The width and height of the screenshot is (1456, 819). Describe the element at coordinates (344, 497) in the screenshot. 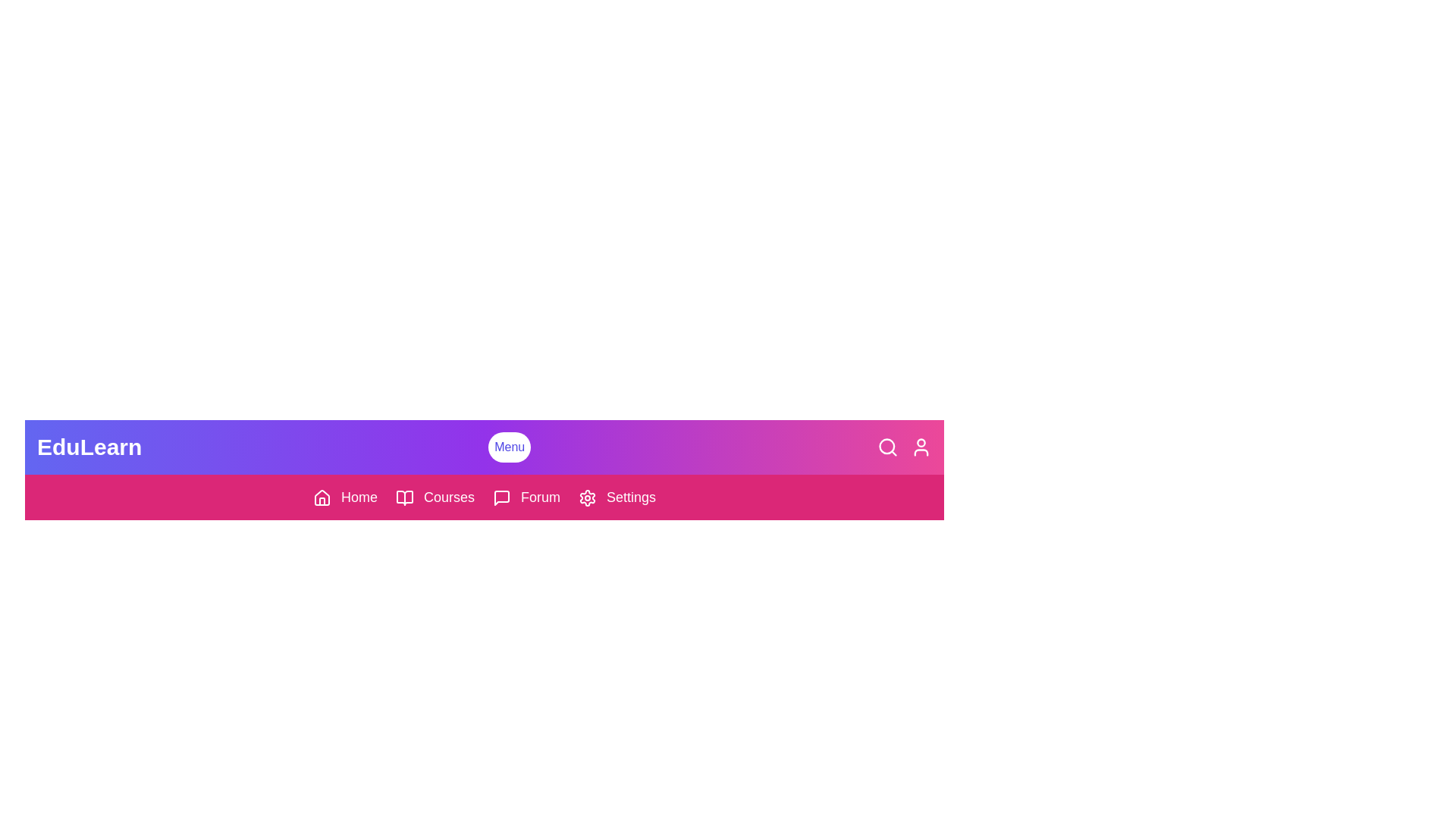

I see `the 'Home' navigation link` at that location.